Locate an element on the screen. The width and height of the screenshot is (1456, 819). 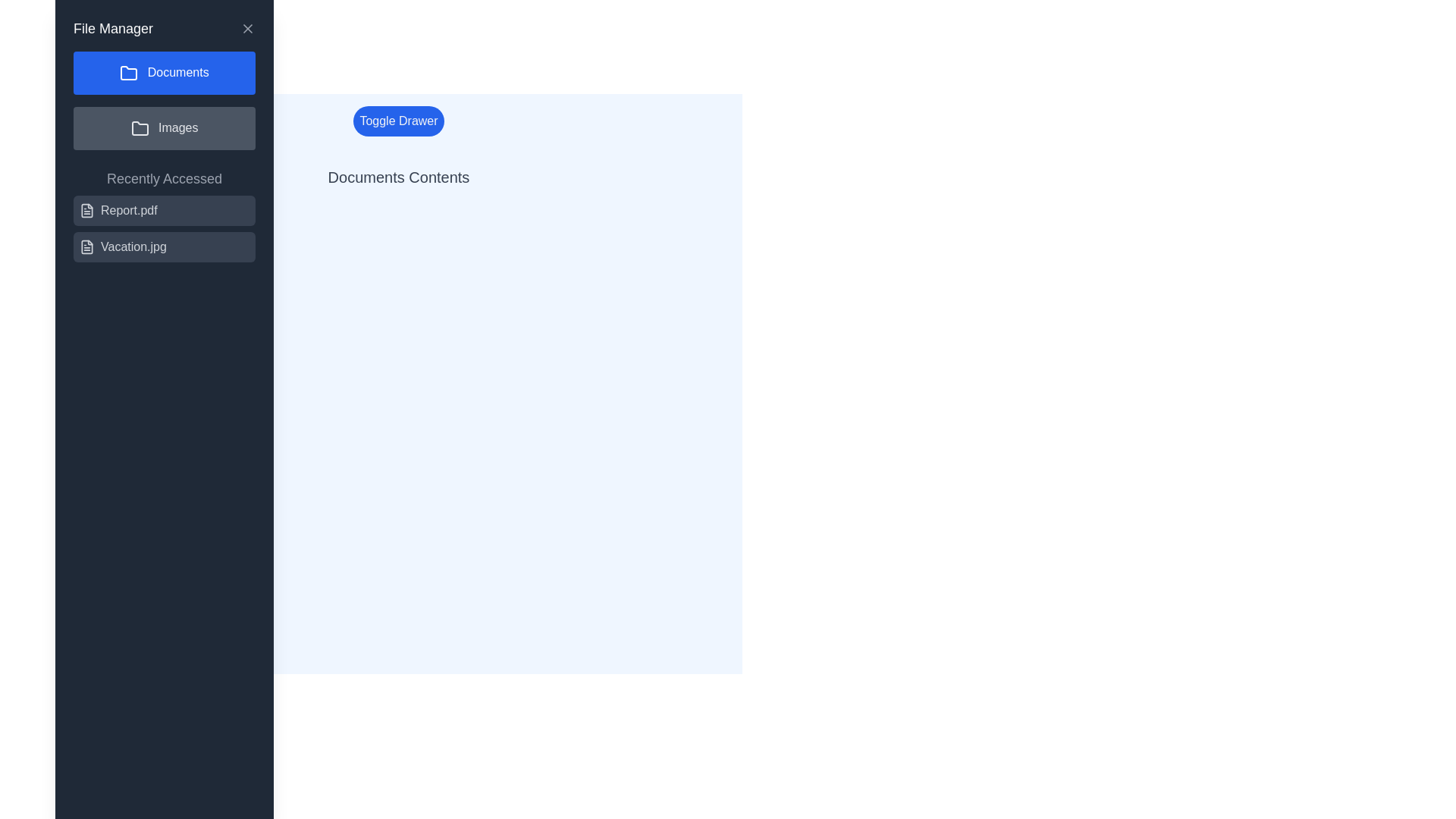
the 'Documents Contents' label, which is styled with a large gray font and is located prominently in the center-right of the interface section, aligned horizontally to the right of the 'Recently Accessed' label is located at coordinates (399, 177).